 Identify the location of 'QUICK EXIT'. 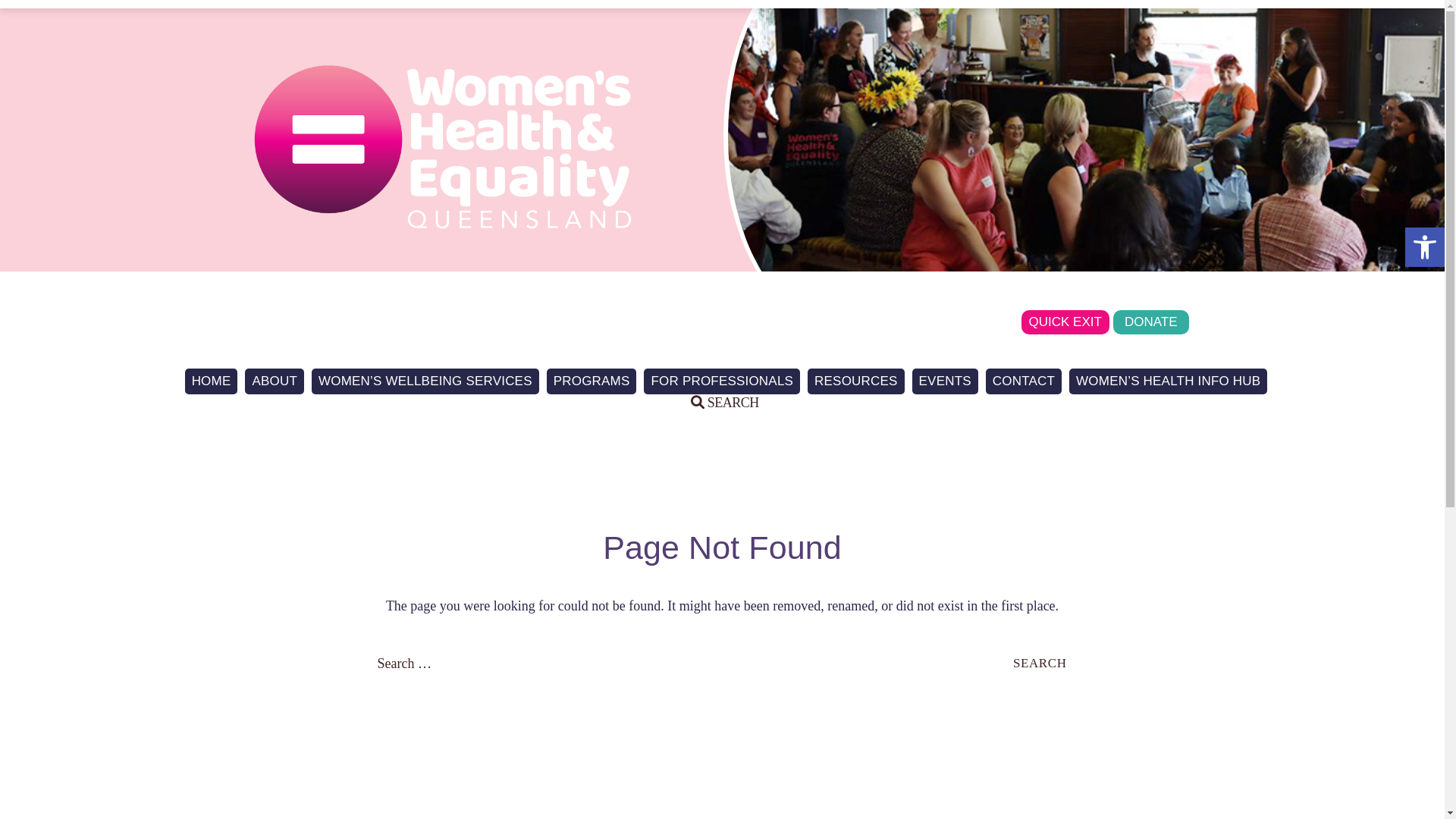
(1065, 321).